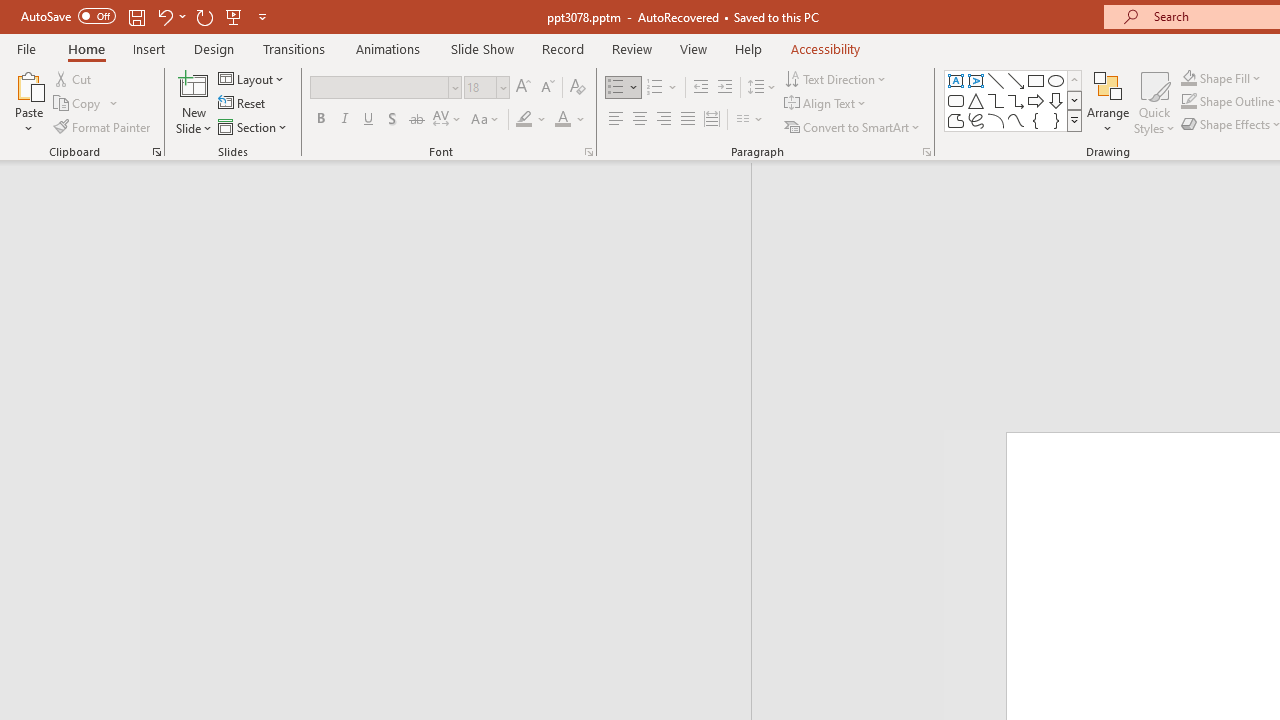  I want to click on 'Bold', so click(320, 119).